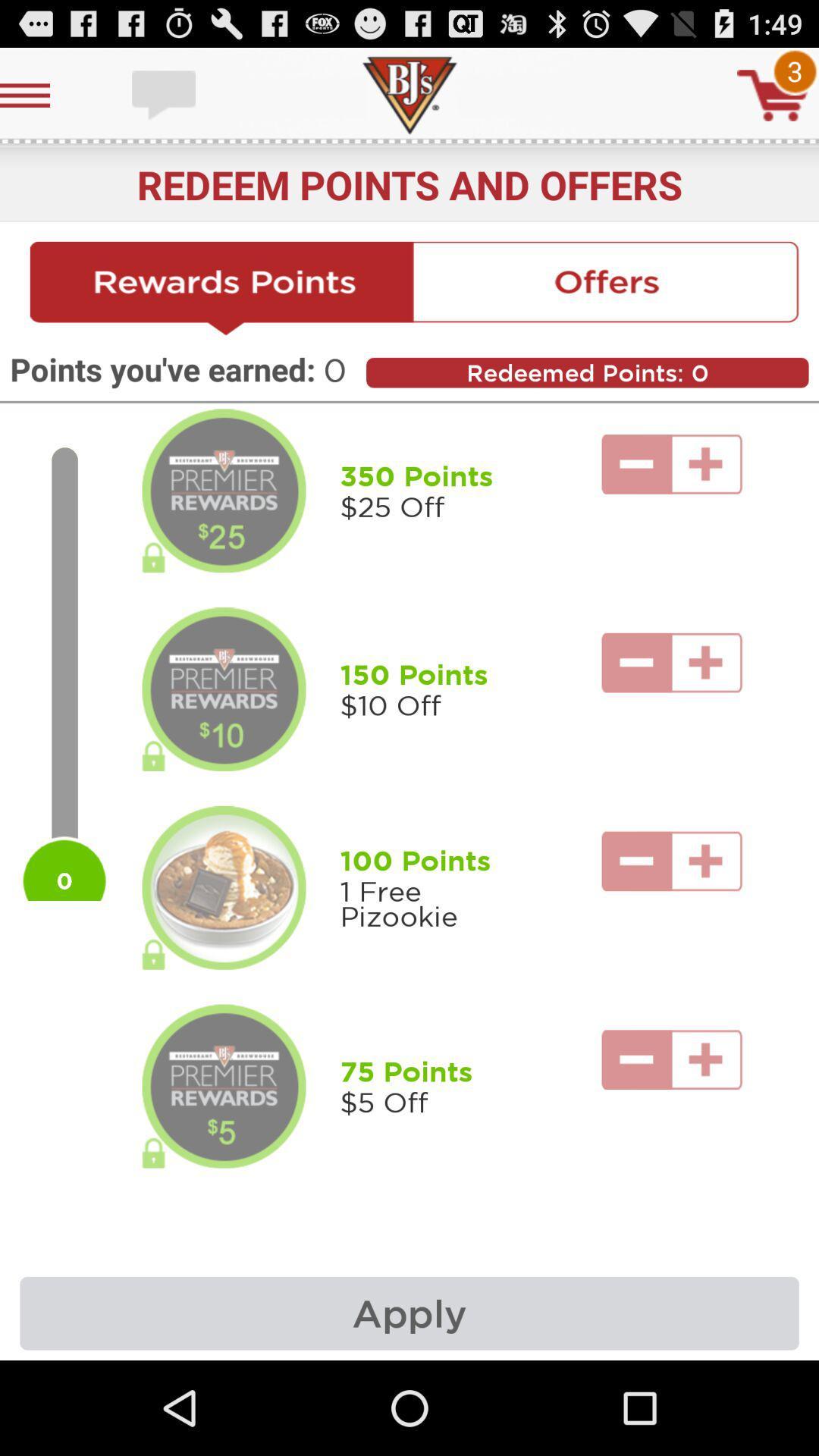  I want to click on redeem points, so click(222, 289).